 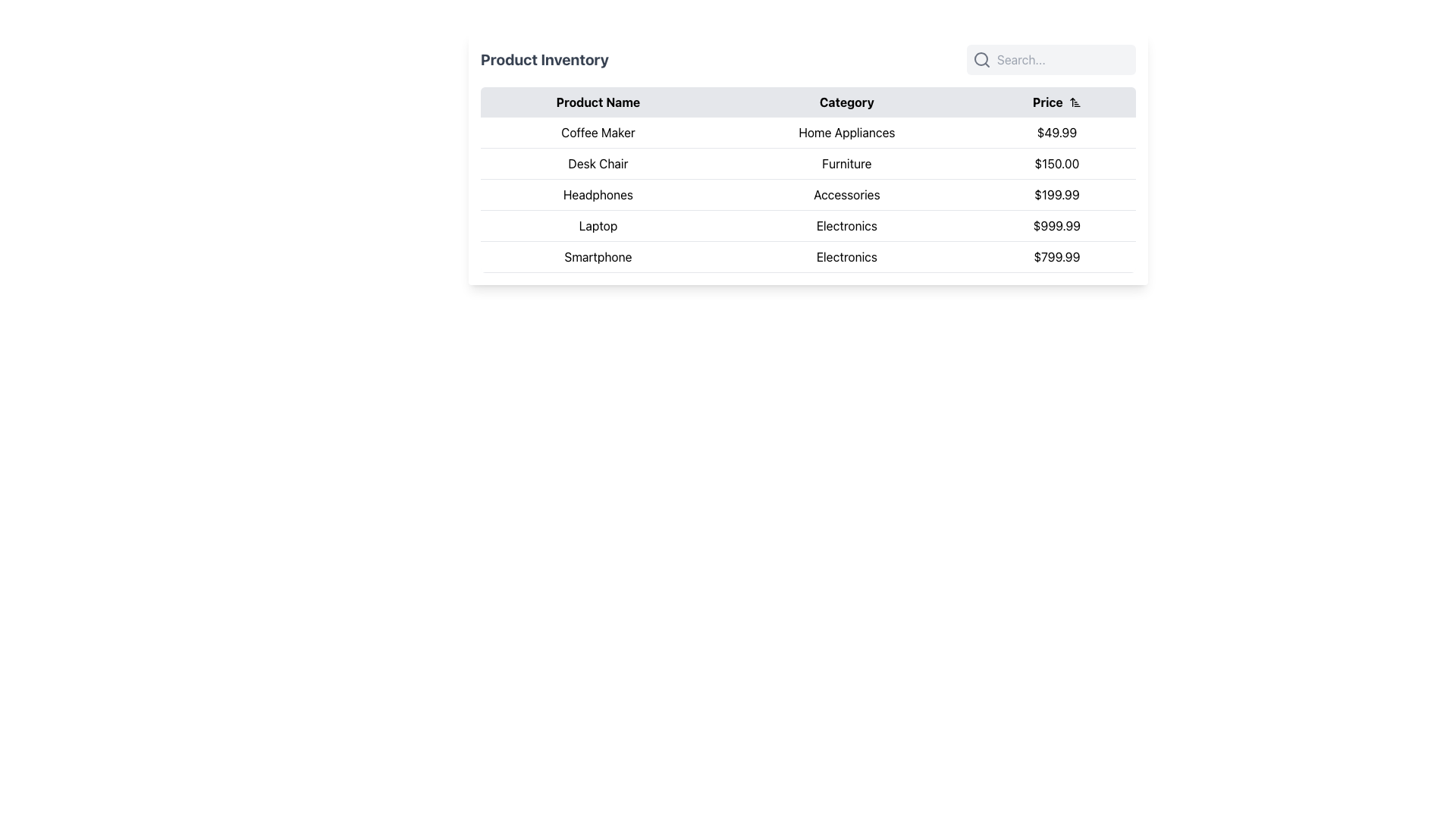 I want to click on the text label in the 'Product Name' column of the 'Product Inventory' table, located to the immediate left of 'Home Appliances' and above 'Desk Chair', so click(x=597, y=132).